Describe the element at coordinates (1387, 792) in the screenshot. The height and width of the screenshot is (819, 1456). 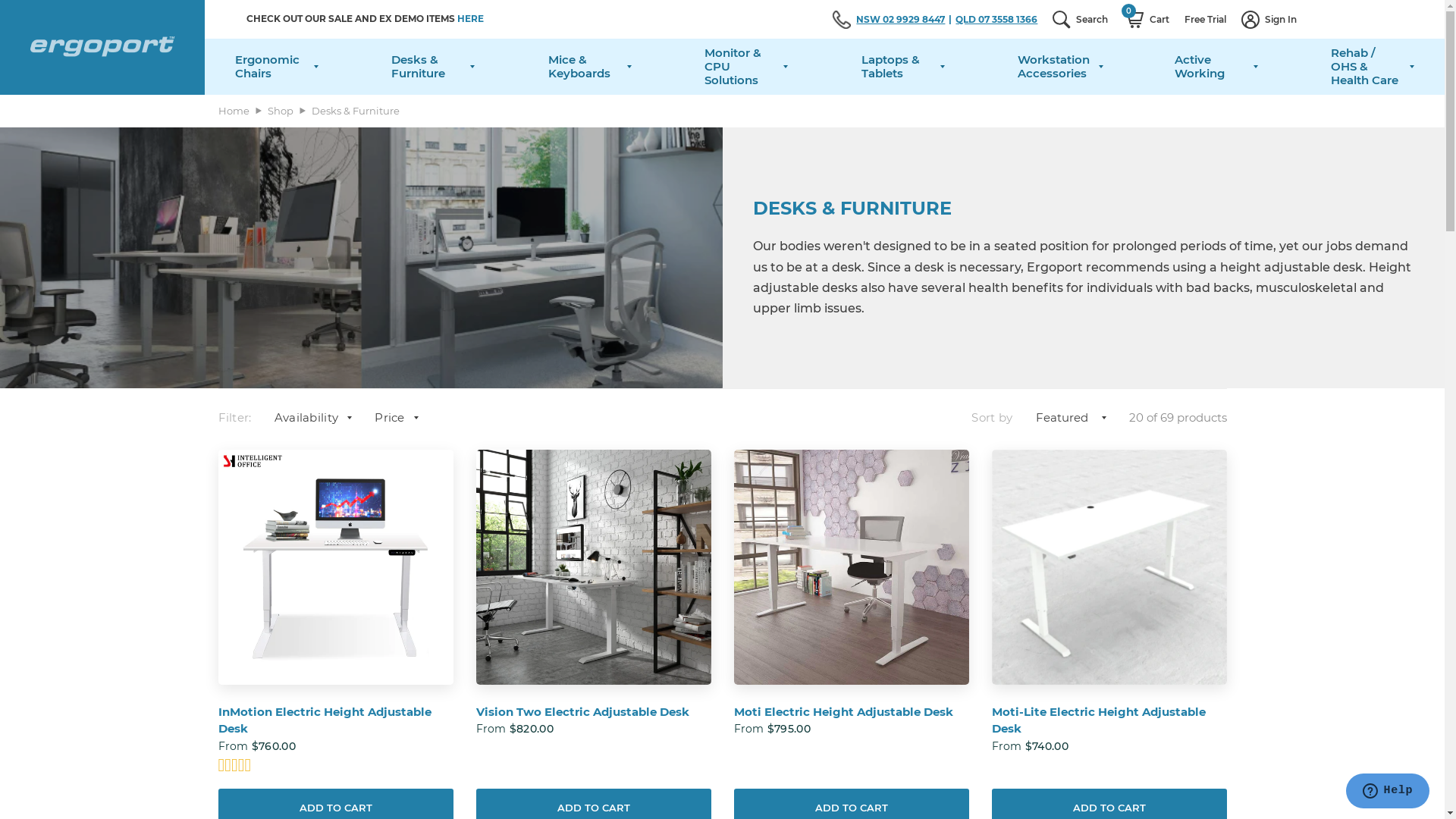
I see `'Opens a widget where you can chat to one of our agents'` at that location.